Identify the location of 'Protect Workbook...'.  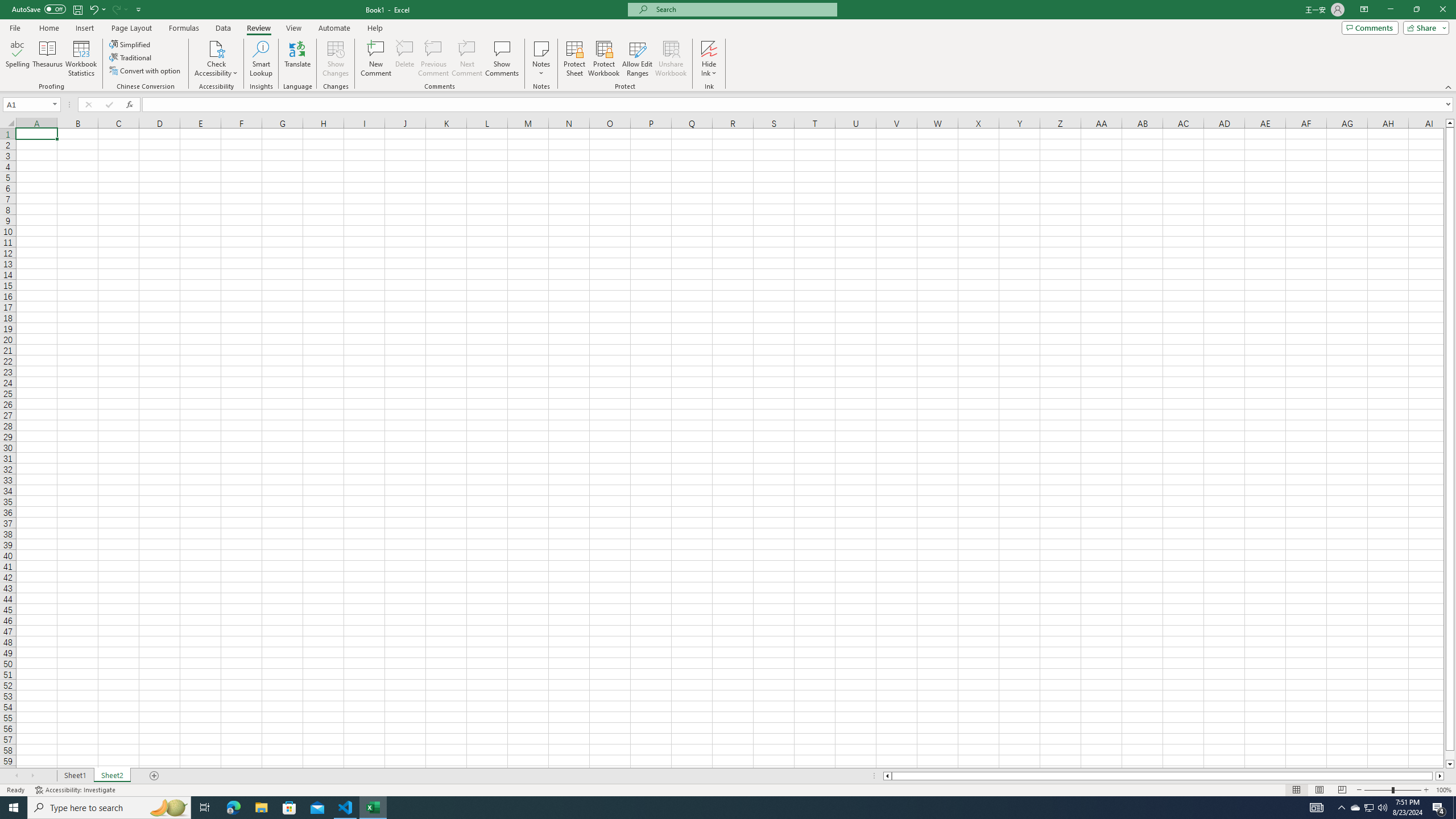
(603, 59).